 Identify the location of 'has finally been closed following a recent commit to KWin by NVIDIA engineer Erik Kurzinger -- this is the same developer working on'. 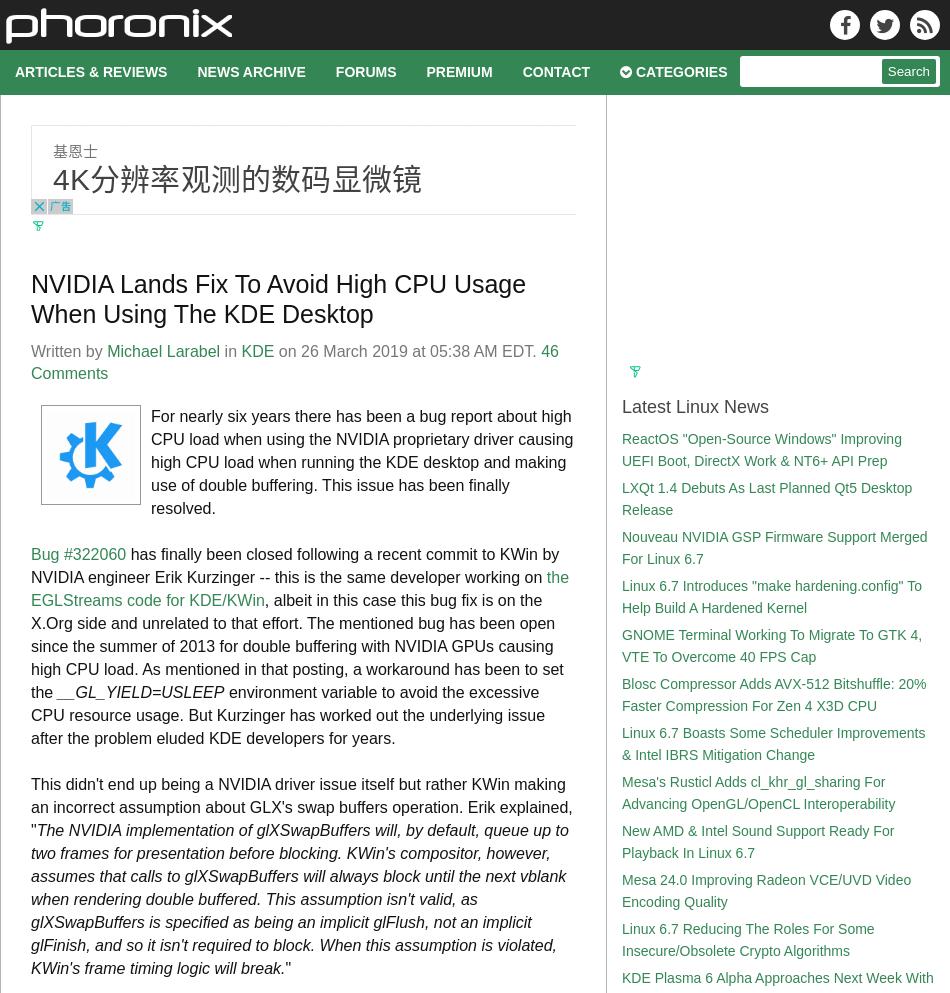
(30, 565).